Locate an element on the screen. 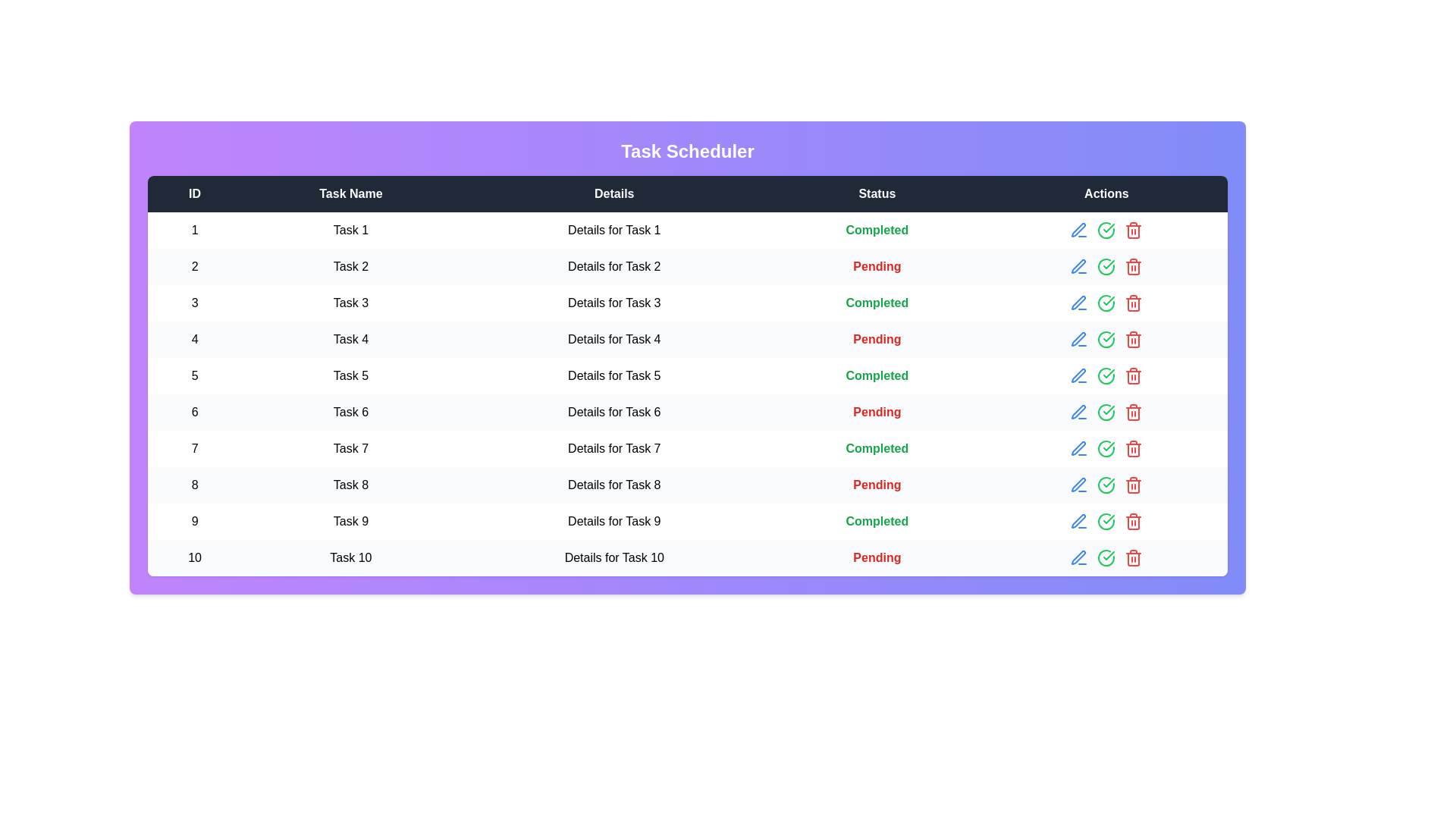  the column header ID to sort the tasks by that column is located at coordinates (194, 193).